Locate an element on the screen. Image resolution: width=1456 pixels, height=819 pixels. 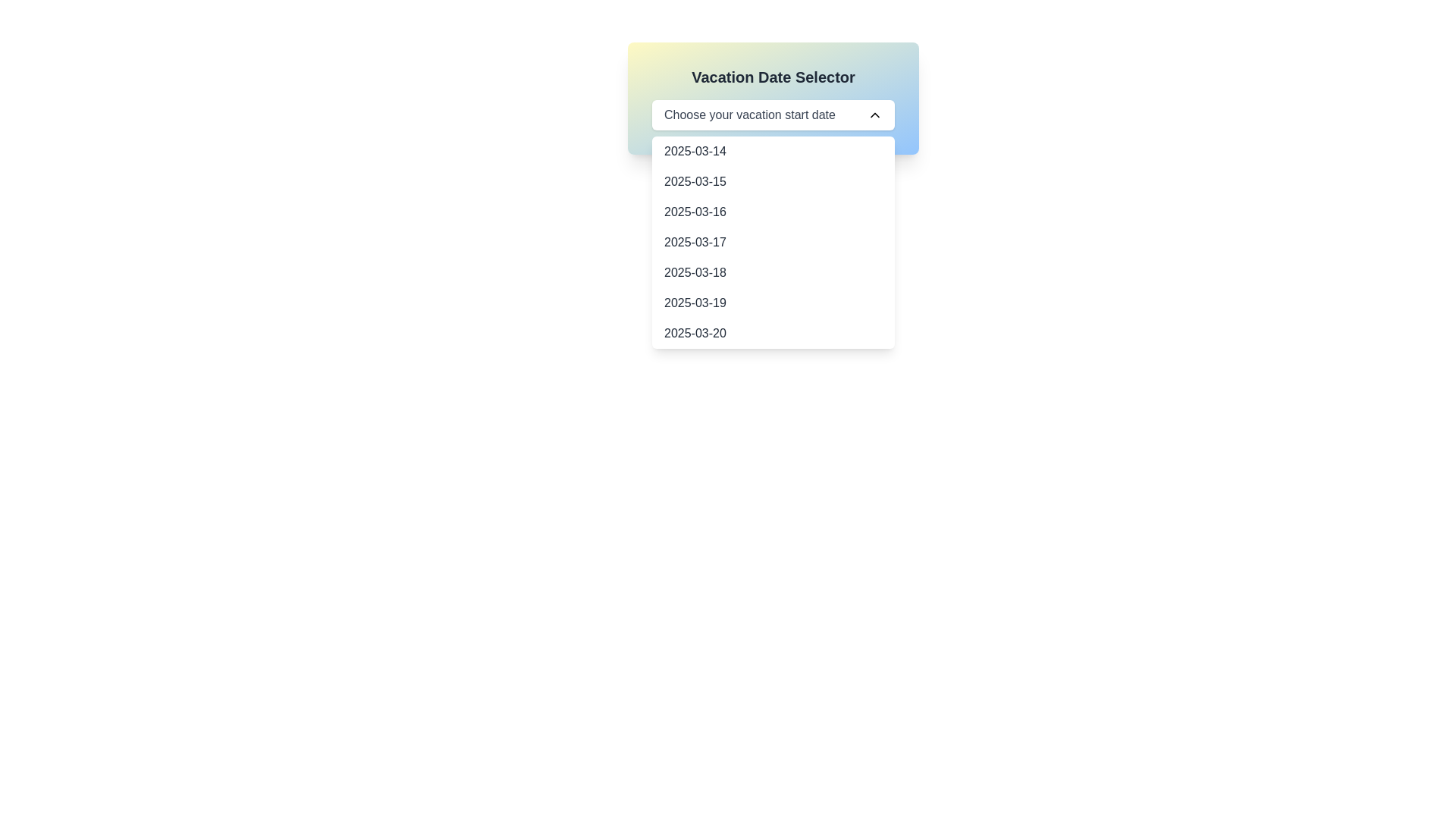
the sixth item in the dropdown list for selecting the date '2025-03-19' is located at coordinates (773, 303).